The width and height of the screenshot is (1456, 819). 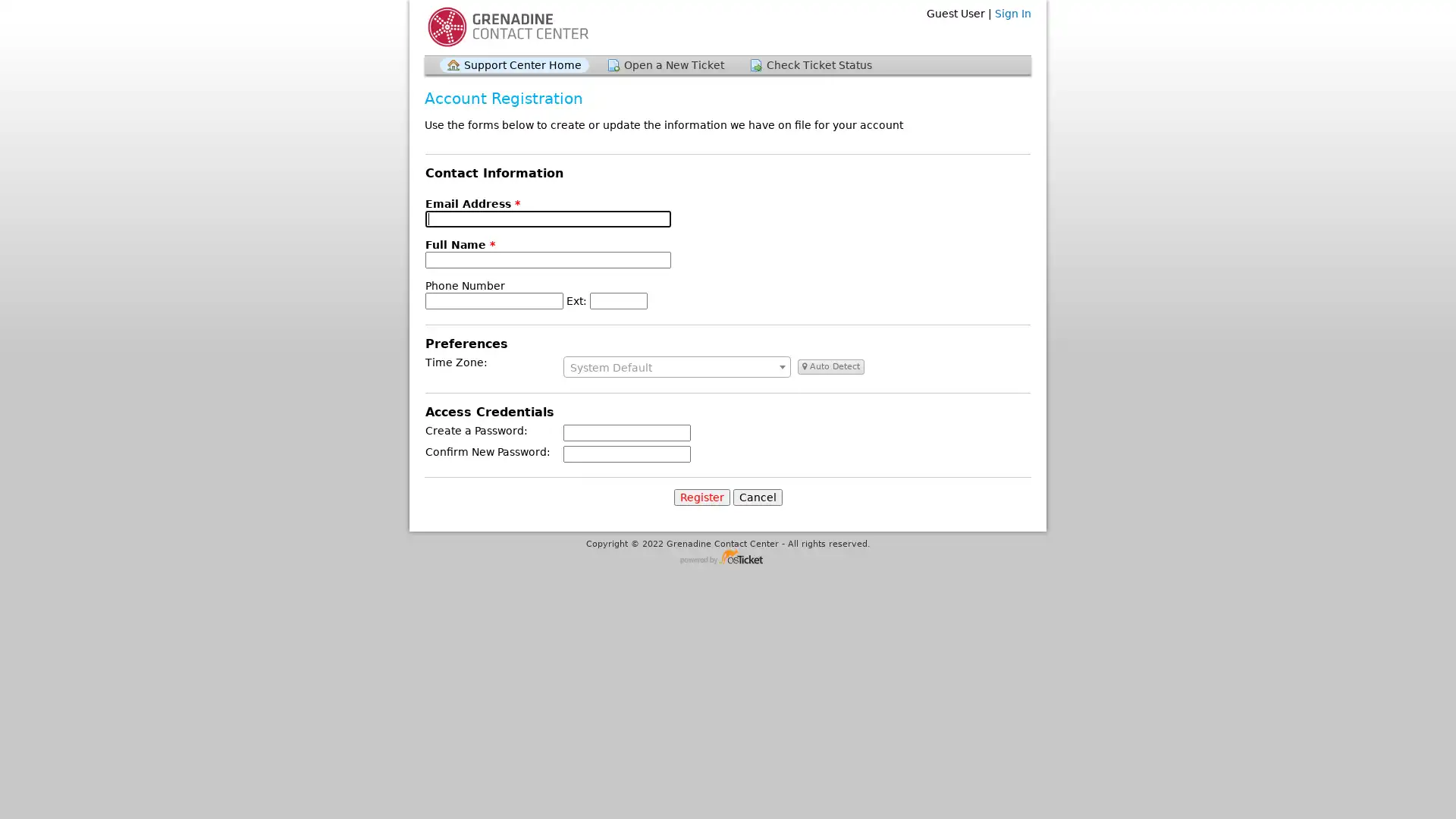 What do you see at coordinates (701, 497) in the screenshot?
I see `Register` at bounding box center [701, 497].